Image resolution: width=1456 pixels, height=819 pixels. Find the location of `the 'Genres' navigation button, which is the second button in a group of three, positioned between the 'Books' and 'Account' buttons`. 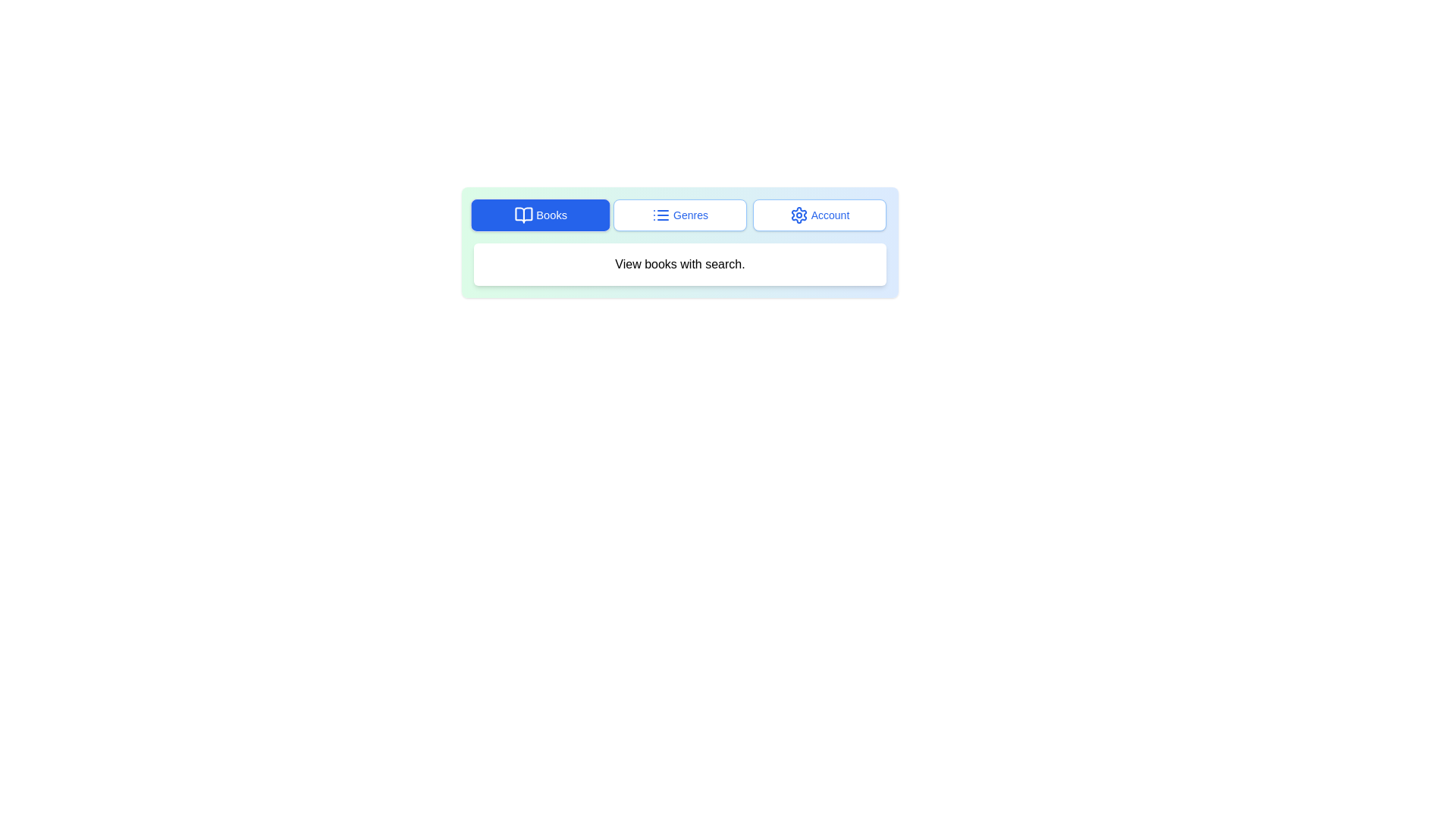

the 'Genres' navigation button, which is the second button in a group of three, positioned between the 'Books' and 'Account' buttons is located at coordinates (679, 215).